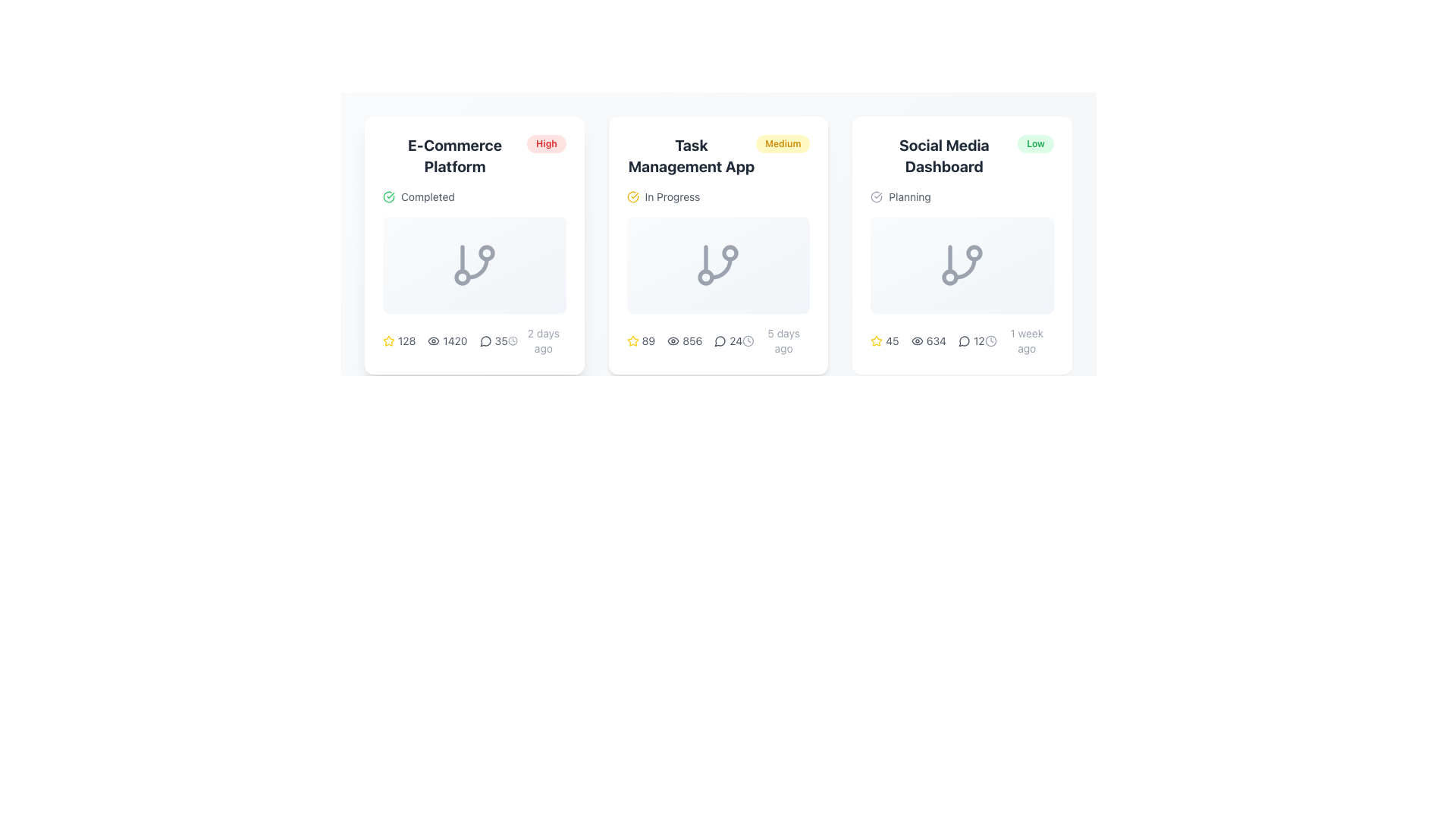 This screenshot has width=1456, height=819. Describe the element at coordinates (892, 341) in the screenshot. I see `the numeric text '45' displayed in a sans-serif font located next to the star icon in the bottom section of the 'Social Media Dashboard' card` at that location.